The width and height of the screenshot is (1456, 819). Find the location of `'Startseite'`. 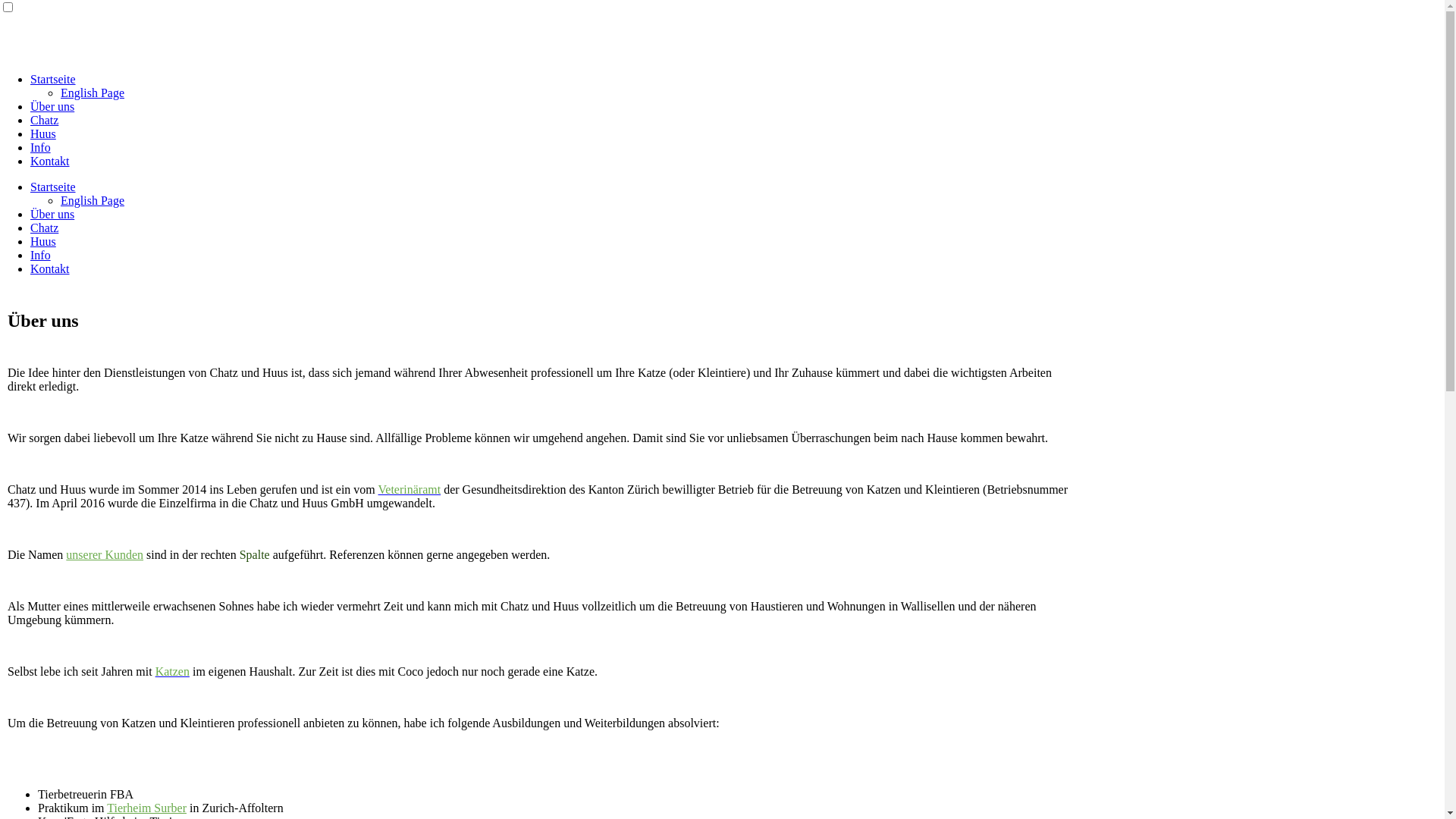

'Startseite' is located at coordinates (30, 186).